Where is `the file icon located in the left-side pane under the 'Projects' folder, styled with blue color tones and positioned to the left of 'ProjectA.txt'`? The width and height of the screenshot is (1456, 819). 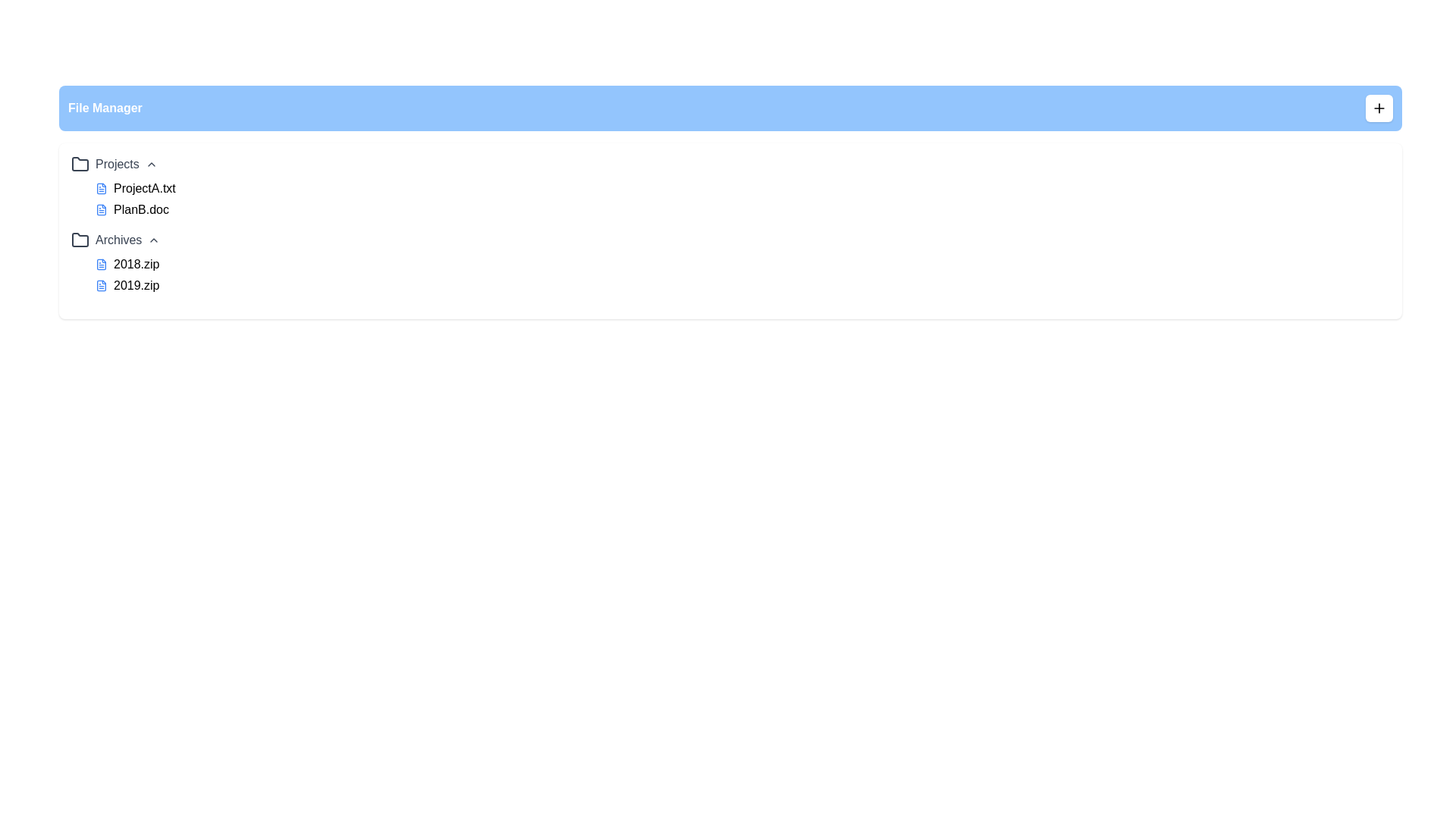
the file icon located in the left-side pane under the 'Projects' folder, styled with blue color tones and positioned to the left of 'ProjectA.txt' is located at coordinates (101, 188).